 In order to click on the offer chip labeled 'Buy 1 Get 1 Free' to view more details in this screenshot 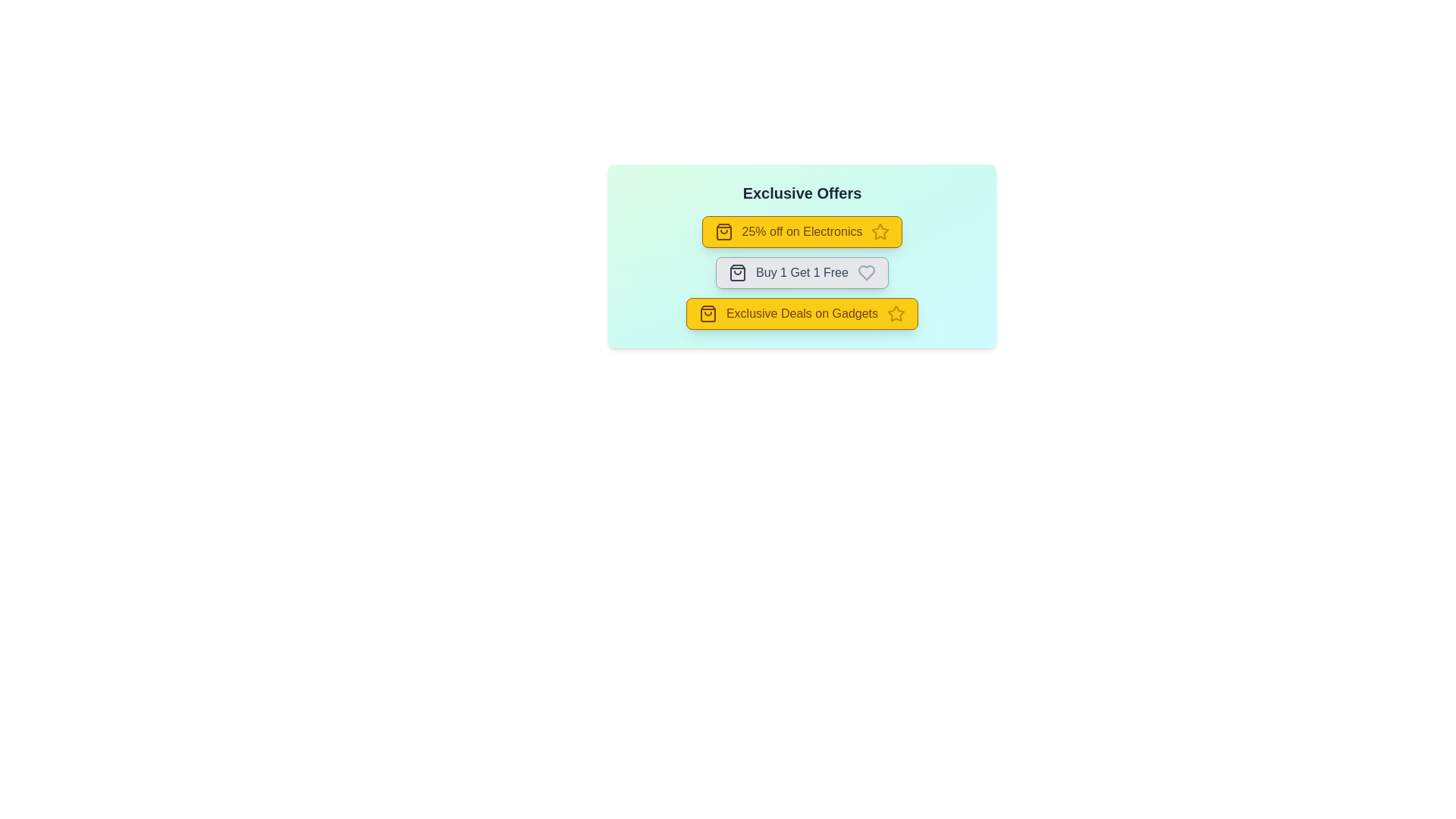, I will do `click(801, 271)`.